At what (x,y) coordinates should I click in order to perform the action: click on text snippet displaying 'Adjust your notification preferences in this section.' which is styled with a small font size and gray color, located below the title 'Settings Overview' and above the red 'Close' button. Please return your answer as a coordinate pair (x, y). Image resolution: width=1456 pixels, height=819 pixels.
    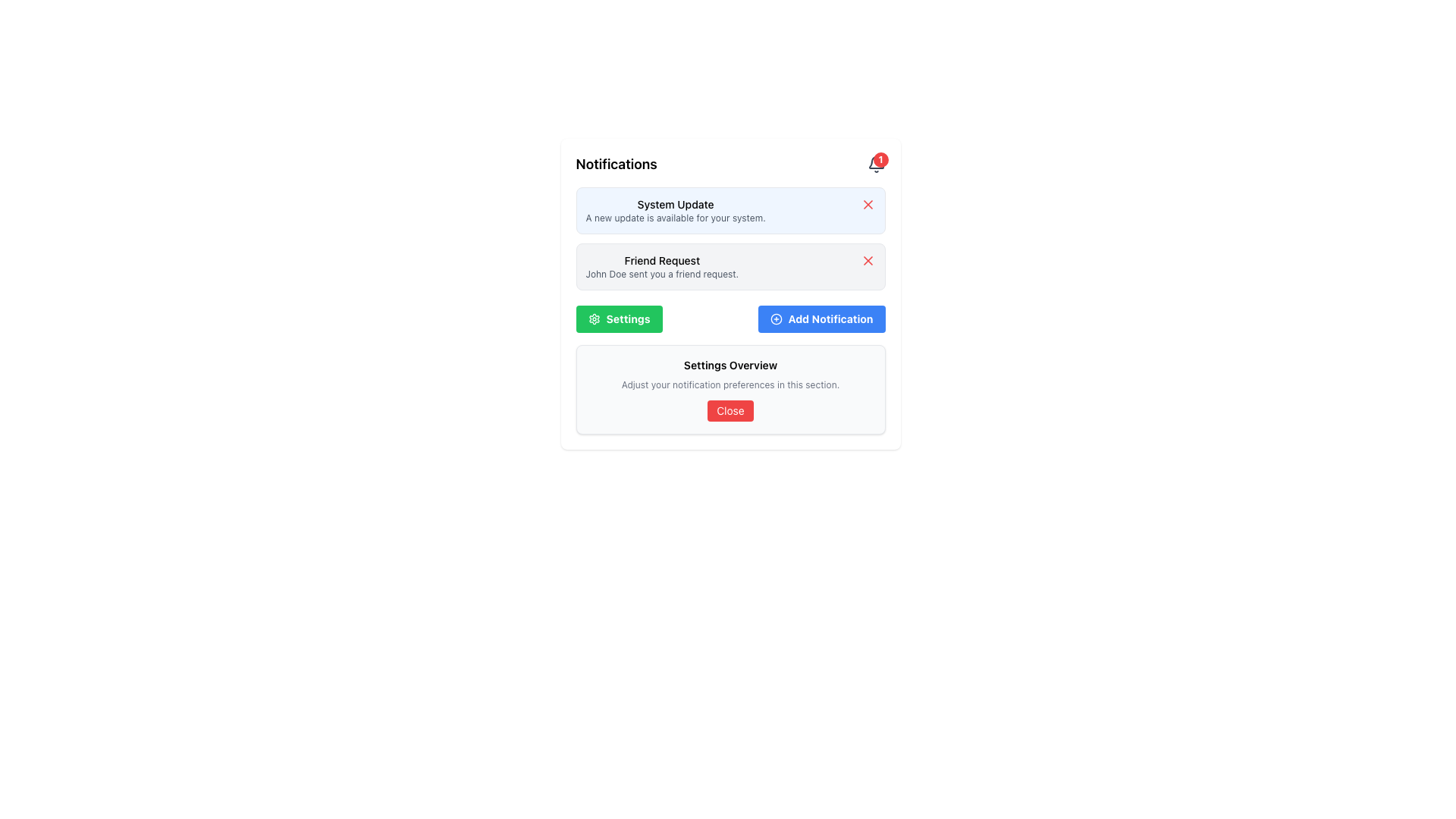
    Looking at the image, I should click on (730, 384).